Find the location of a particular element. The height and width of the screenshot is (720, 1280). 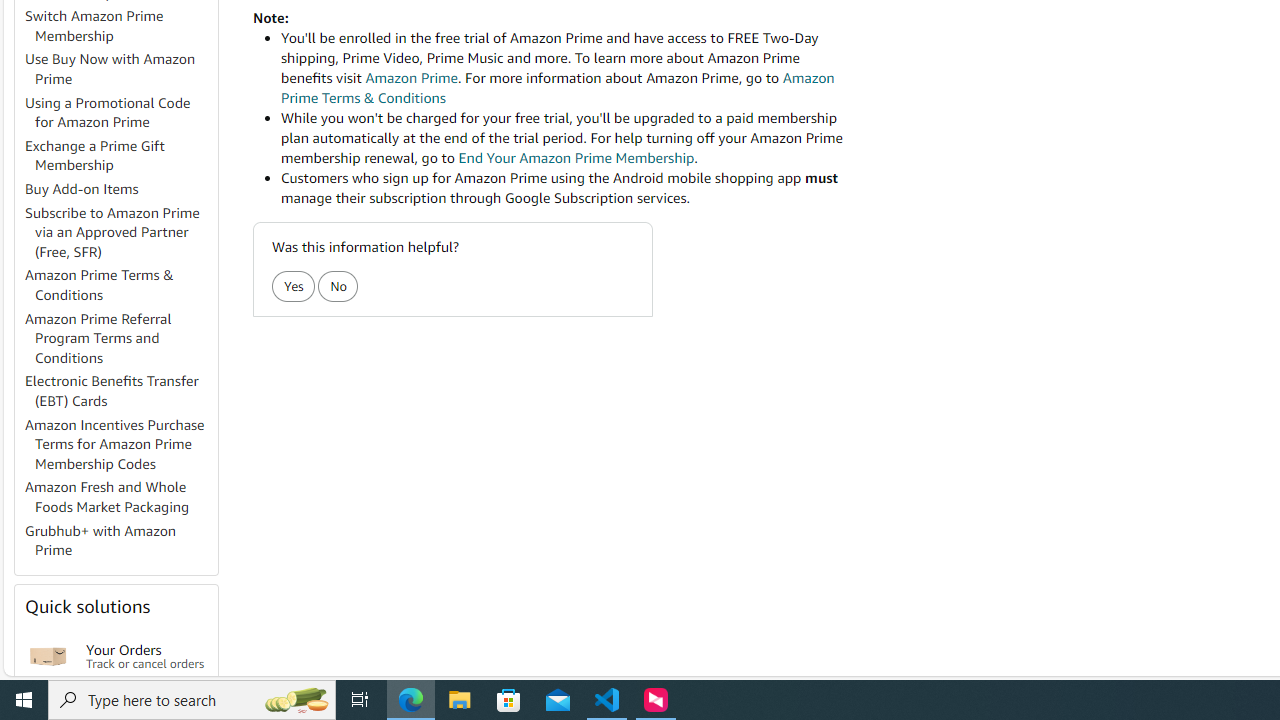

'No' is located at coordinates (338, 286).